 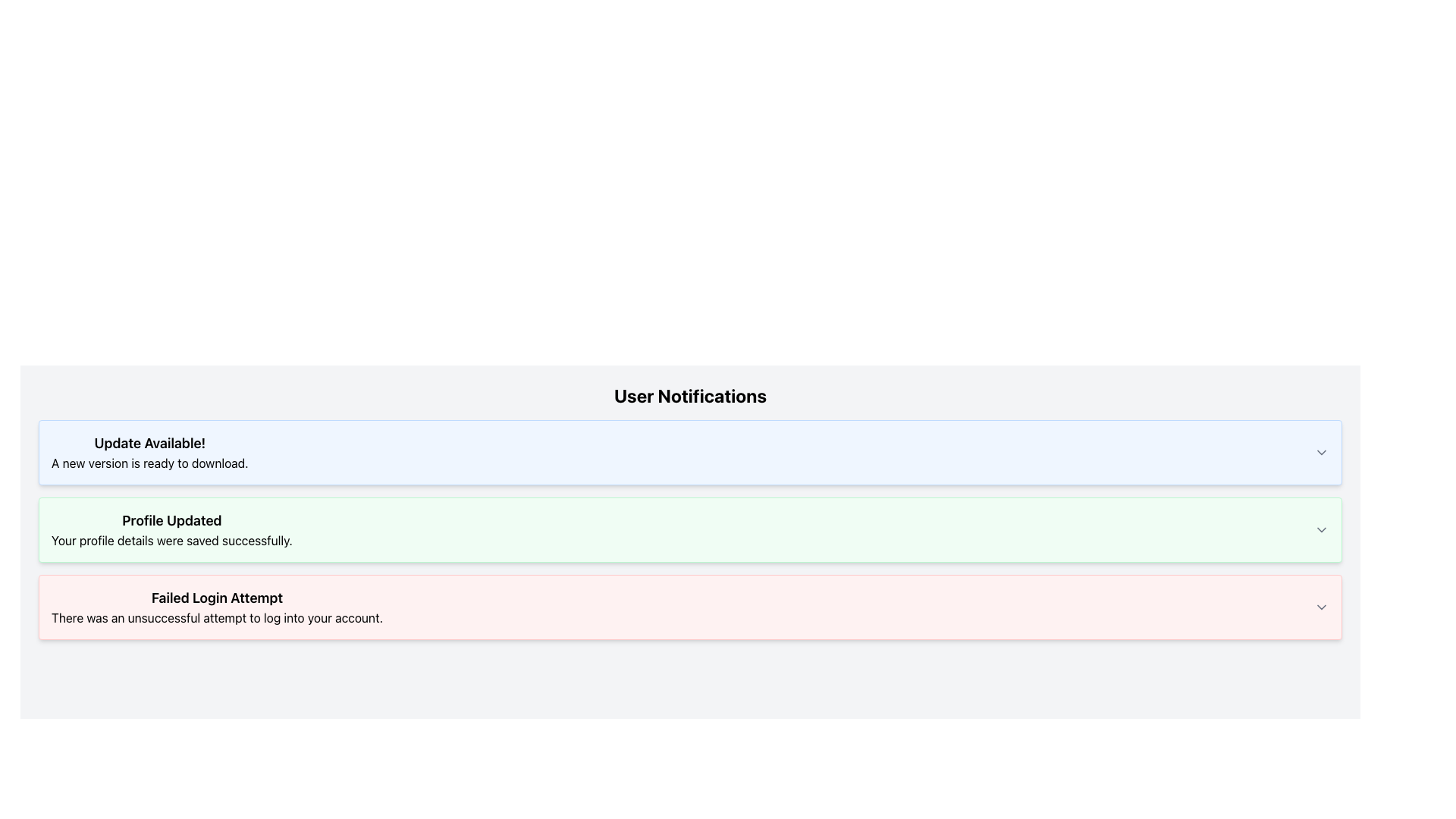 I want to click on text 'Failed Login Attempt' which is styled in bold font and positioned above smaller explanatory text in a light red notification card, specifically the third card from the top, so click(x=216, y=598).